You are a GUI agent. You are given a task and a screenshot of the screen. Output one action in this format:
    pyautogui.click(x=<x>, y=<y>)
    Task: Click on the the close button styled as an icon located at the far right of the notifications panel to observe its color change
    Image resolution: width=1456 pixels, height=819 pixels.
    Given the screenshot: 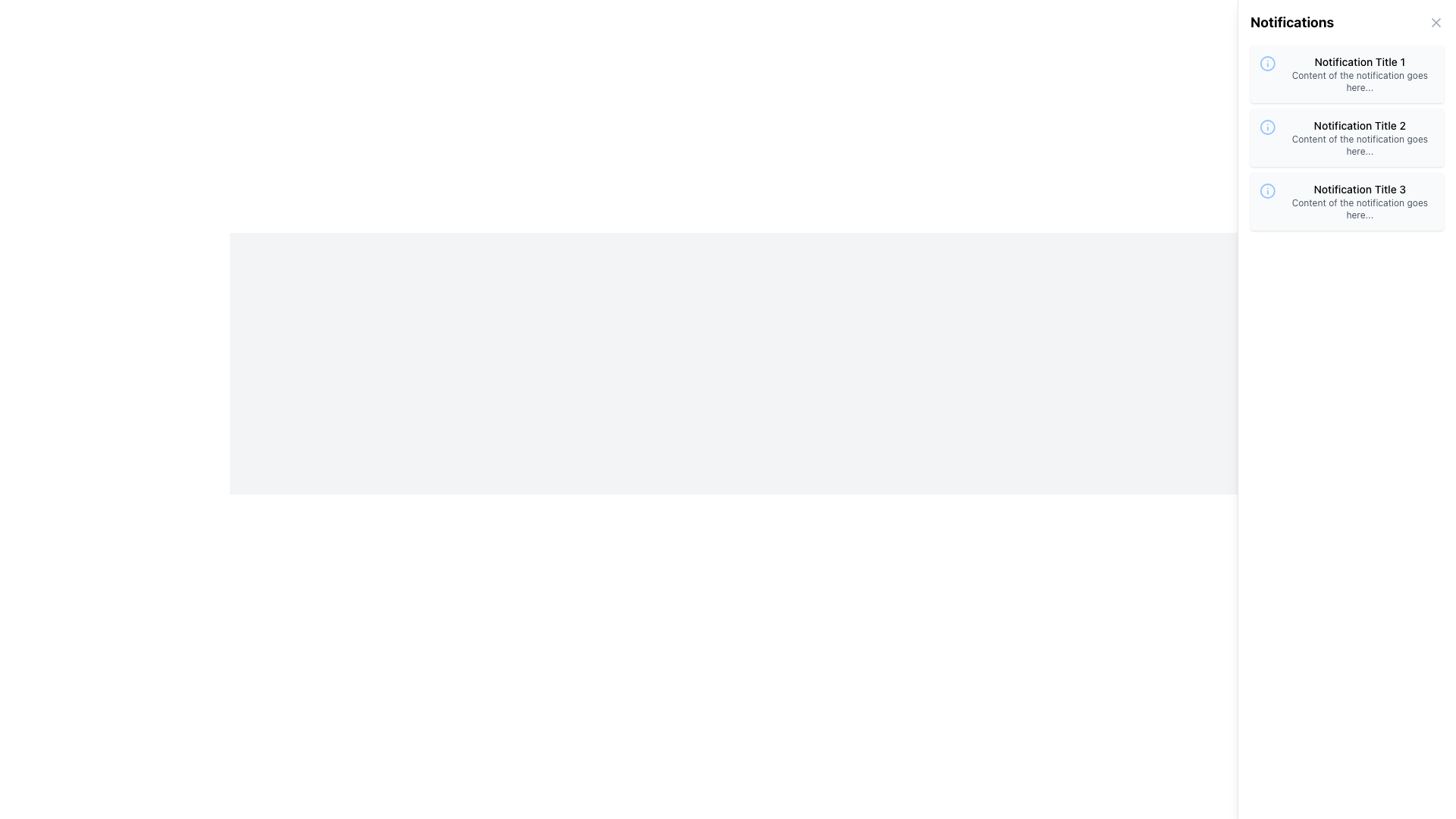 What is the action you would take?
    pyautogui.click(x=1436, y=23)
    